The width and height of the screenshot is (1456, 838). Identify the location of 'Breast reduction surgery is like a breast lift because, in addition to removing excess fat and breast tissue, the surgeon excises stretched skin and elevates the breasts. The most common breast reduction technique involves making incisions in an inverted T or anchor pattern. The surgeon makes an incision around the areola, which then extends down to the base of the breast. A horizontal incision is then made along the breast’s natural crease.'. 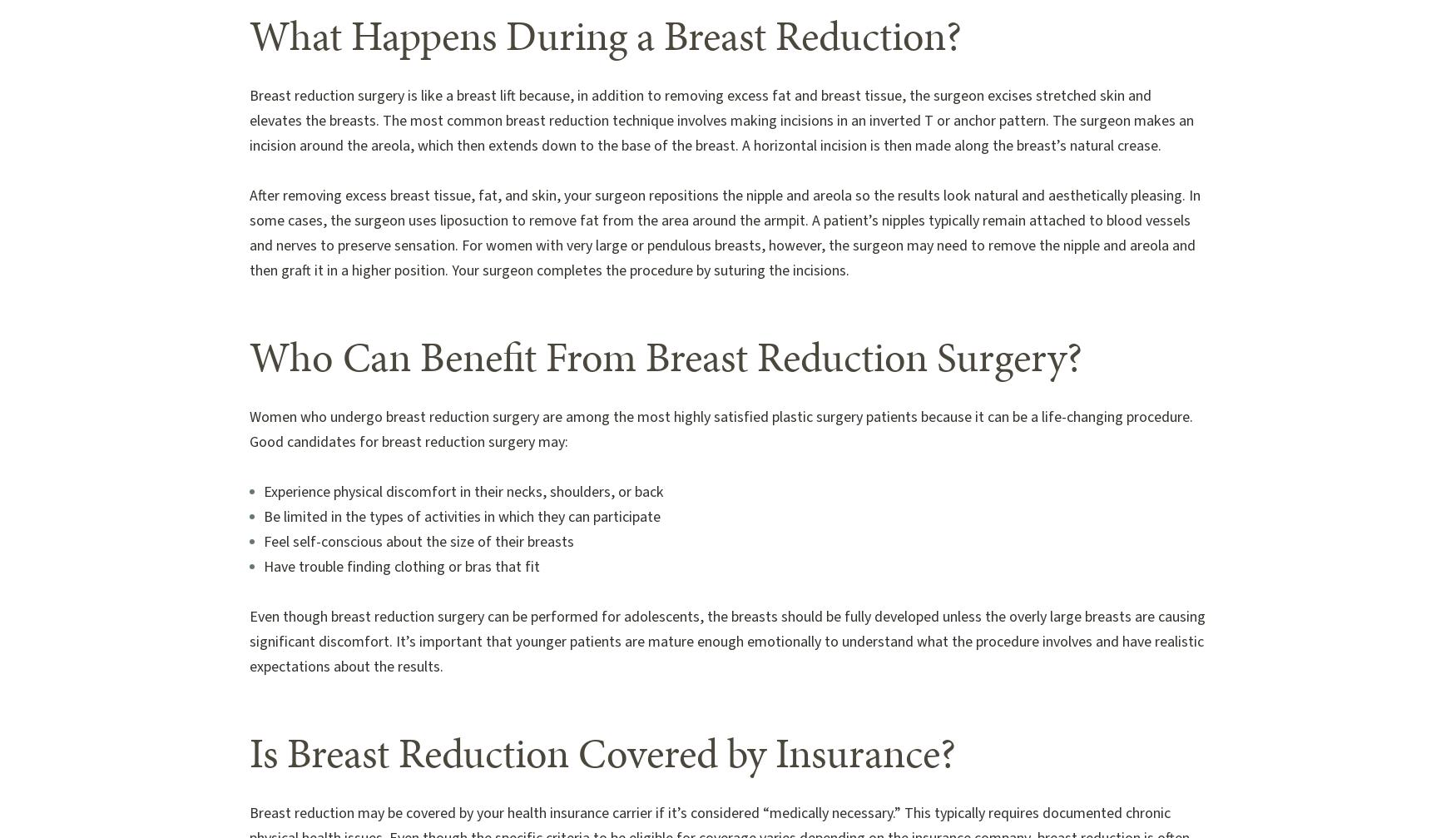
(721, 121).